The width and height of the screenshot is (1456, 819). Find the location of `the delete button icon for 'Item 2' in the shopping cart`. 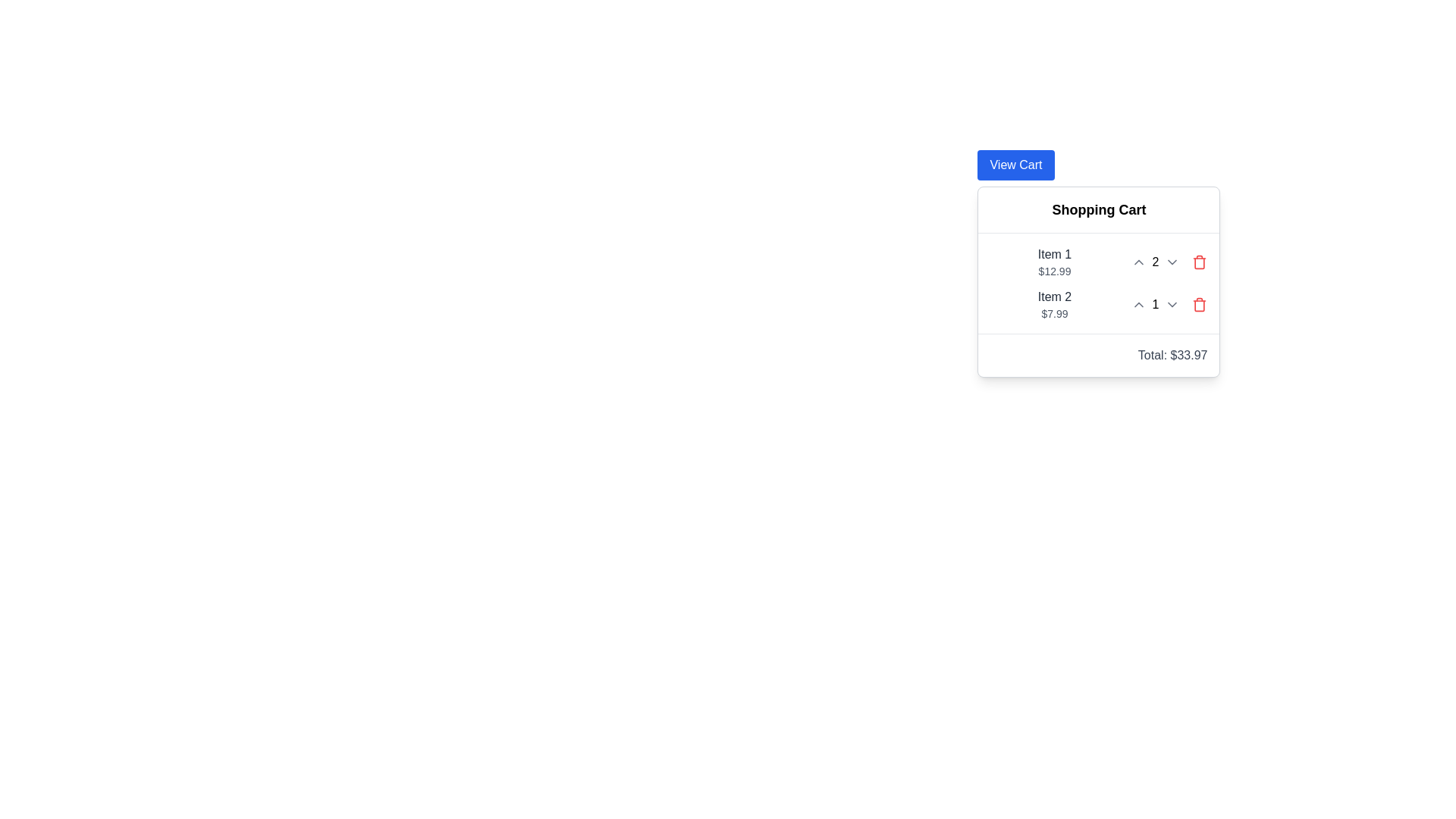

the delete button icon for 'Item 2' in the shopping cart is located at coordinates (1199, 304).